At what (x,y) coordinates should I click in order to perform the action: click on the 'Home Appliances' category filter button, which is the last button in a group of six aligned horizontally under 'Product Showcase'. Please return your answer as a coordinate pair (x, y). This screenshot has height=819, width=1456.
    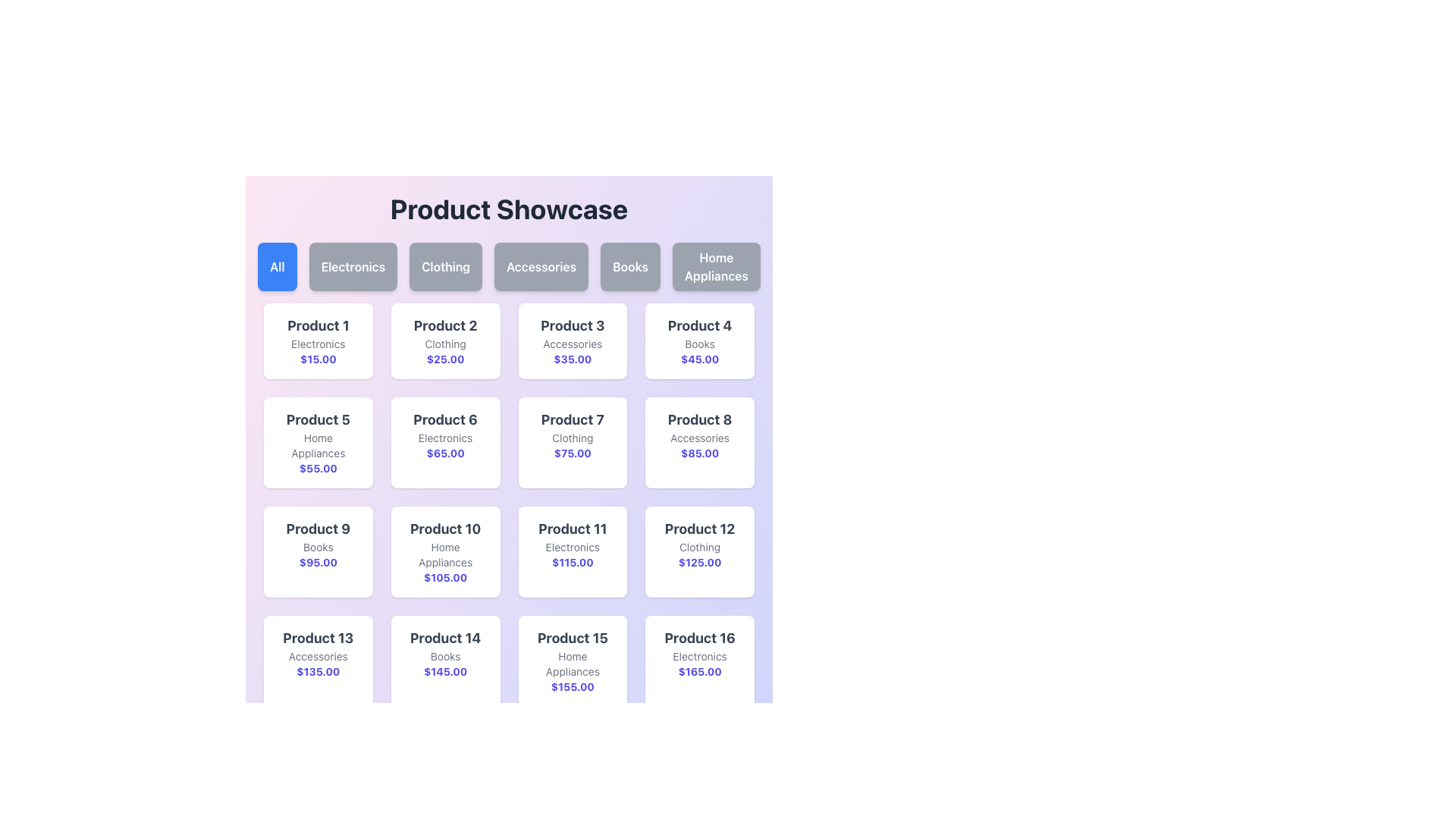
    Looking at the image, I should click on (715, 265).